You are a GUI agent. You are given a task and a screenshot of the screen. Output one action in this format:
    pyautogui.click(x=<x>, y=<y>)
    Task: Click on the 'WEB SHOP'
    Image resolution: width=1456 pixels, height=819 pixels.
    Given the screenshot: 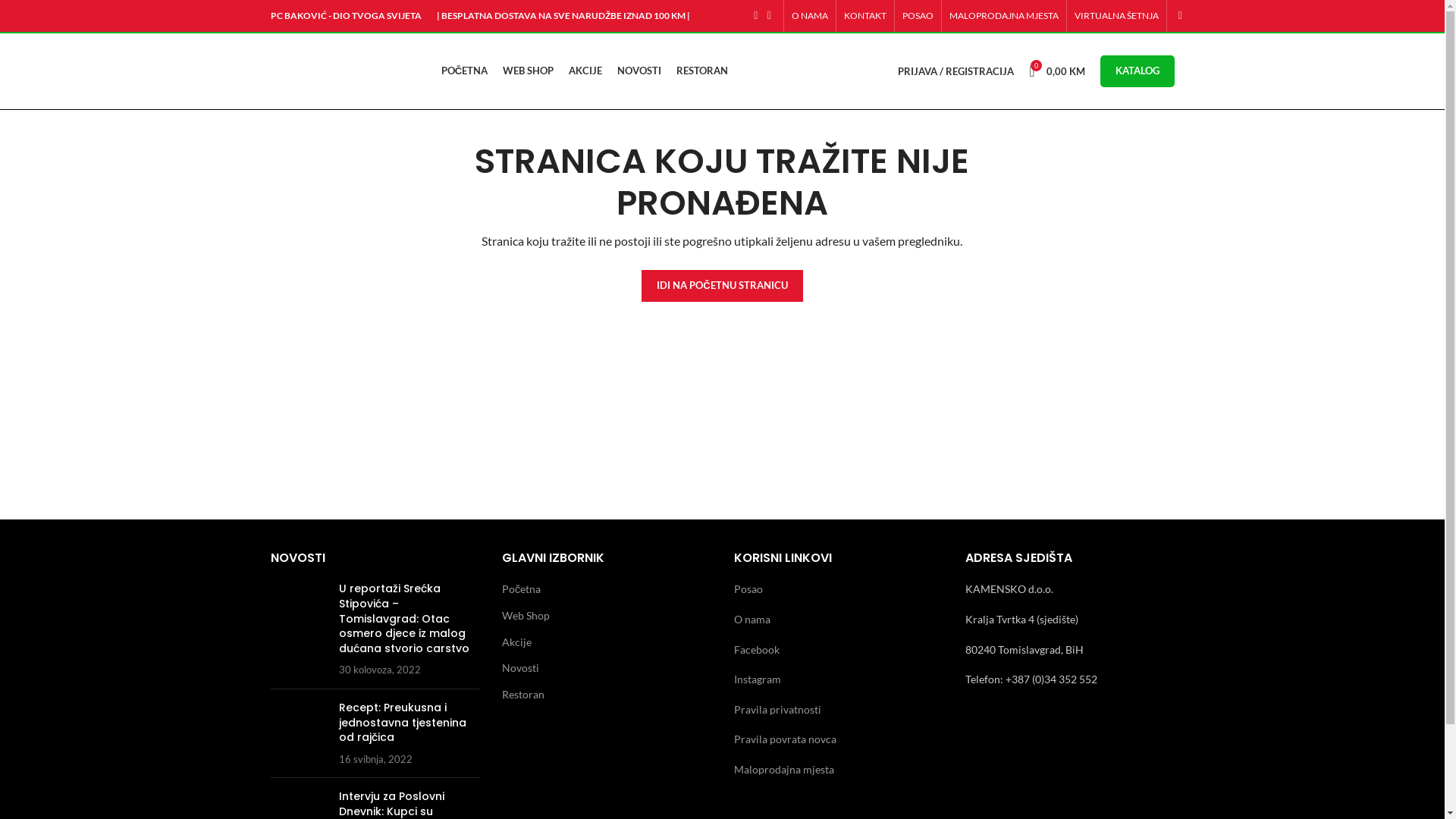 What is the action you would take?
    pyautogui.click(x=528, y=71)
    